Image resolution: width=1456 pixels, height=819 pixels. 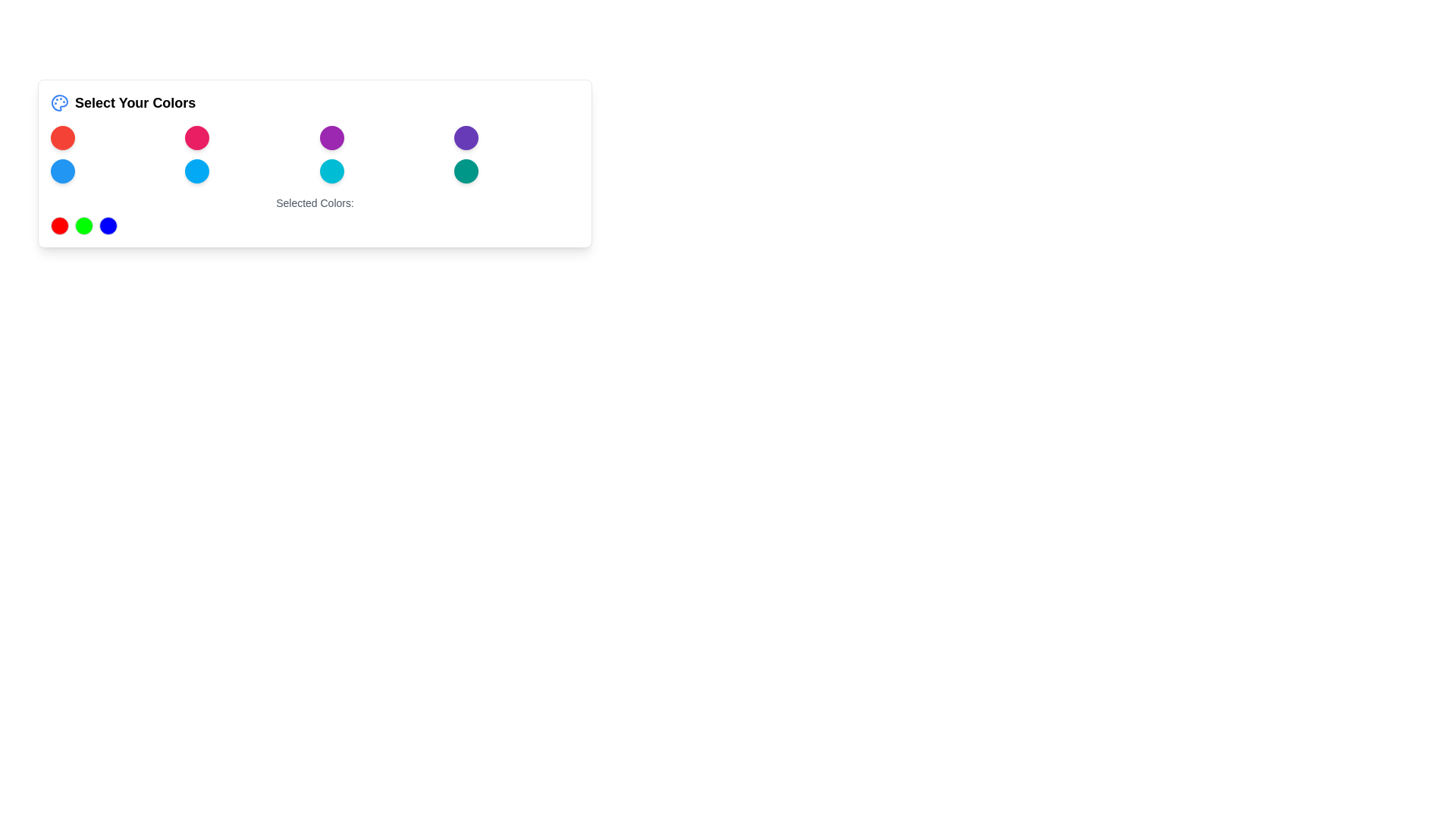 I want to click on the grid layout displaying a palette of selectable colors, located below the 'Select Your Colors' section title and above the 'Selected Colors:' section, so click(x=314, y=155).